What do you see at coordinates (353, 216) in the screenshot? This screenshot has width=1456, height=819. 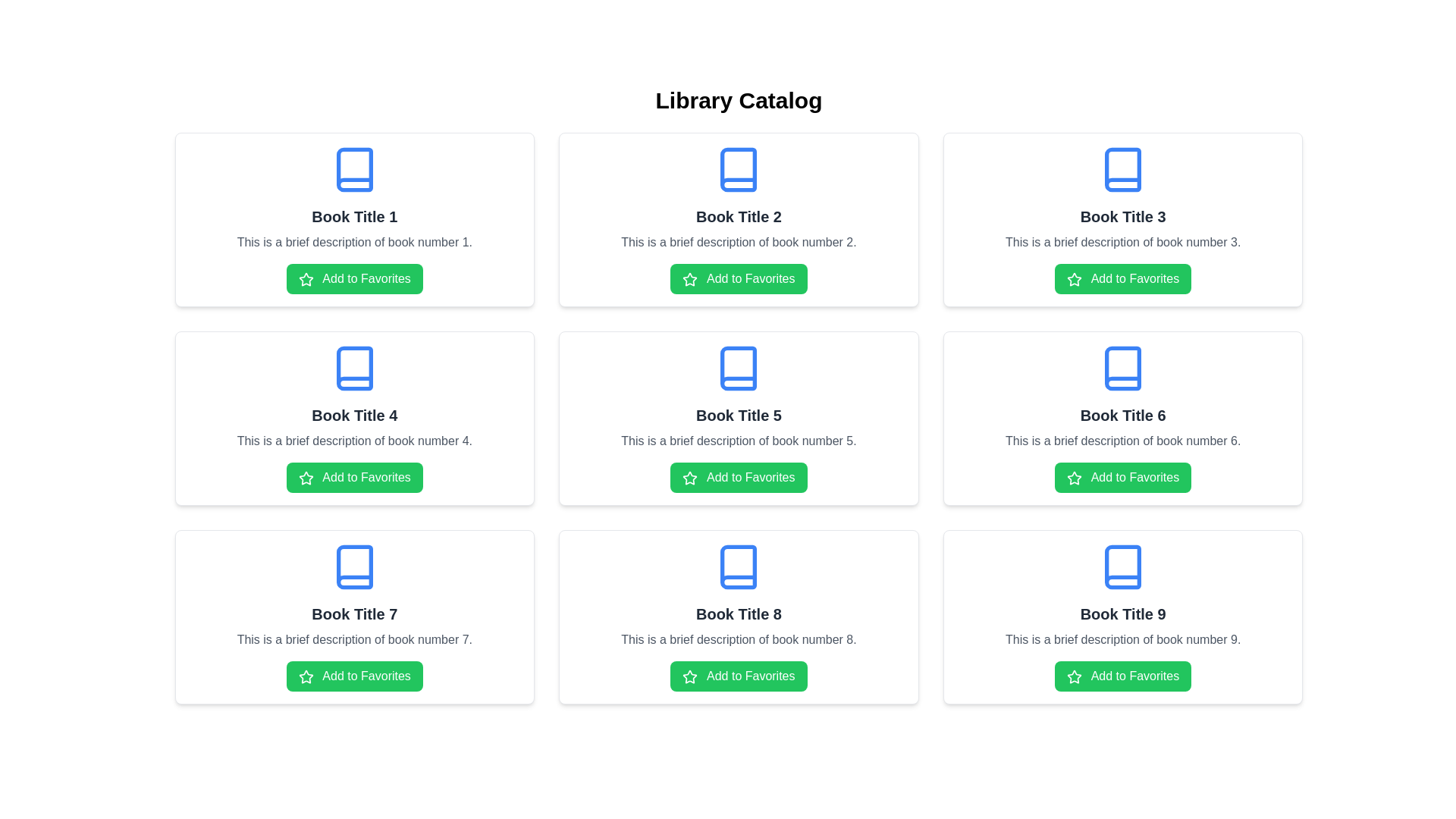 I see `title of the book displayed in the top row, first column of the book listing grid, which is located beneath the blue icon and above the description text` at bounding box center [353, 216].